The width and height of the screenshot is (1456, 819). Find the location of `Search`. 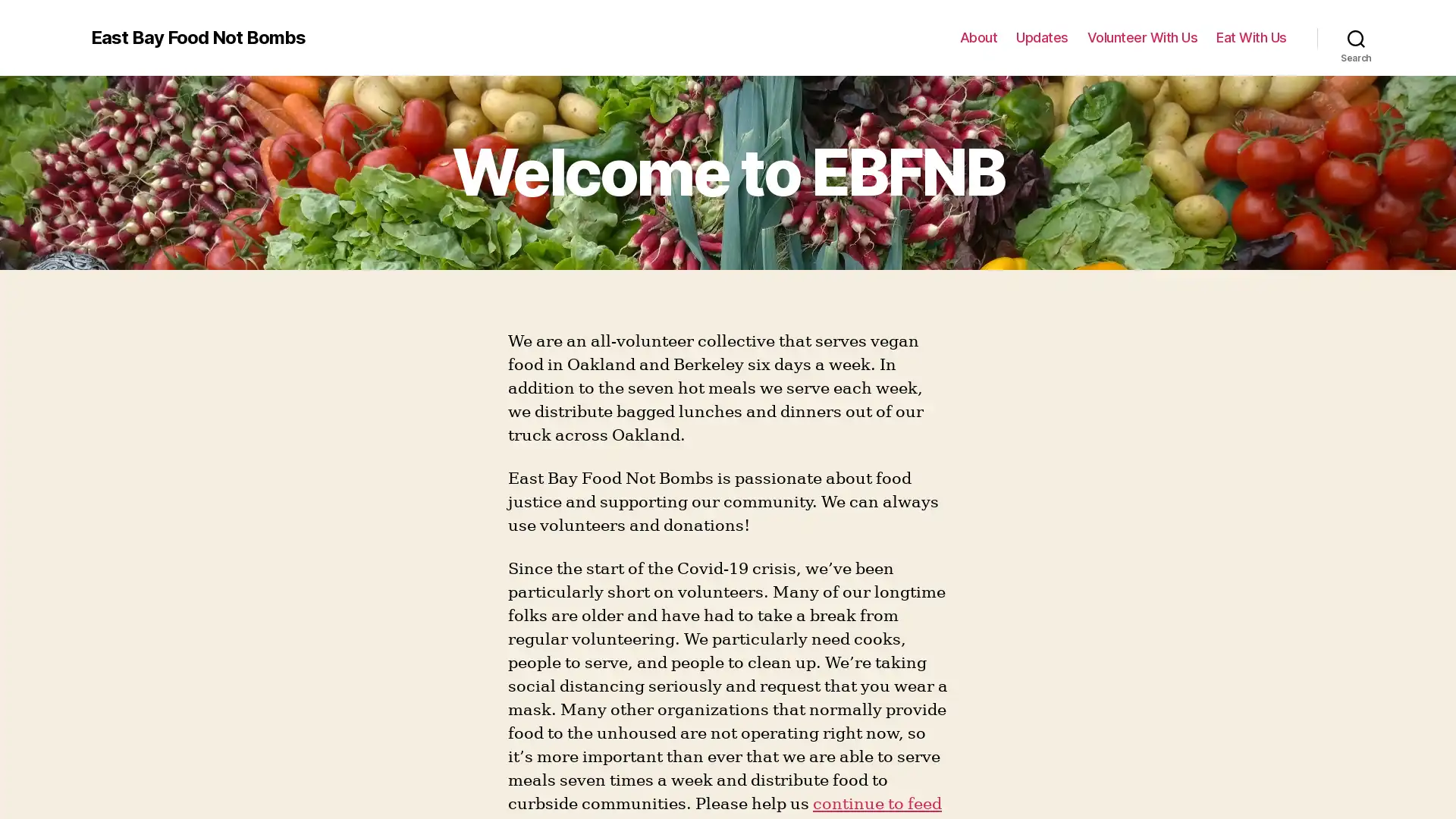

Search is located at coordinates (1356, 37).